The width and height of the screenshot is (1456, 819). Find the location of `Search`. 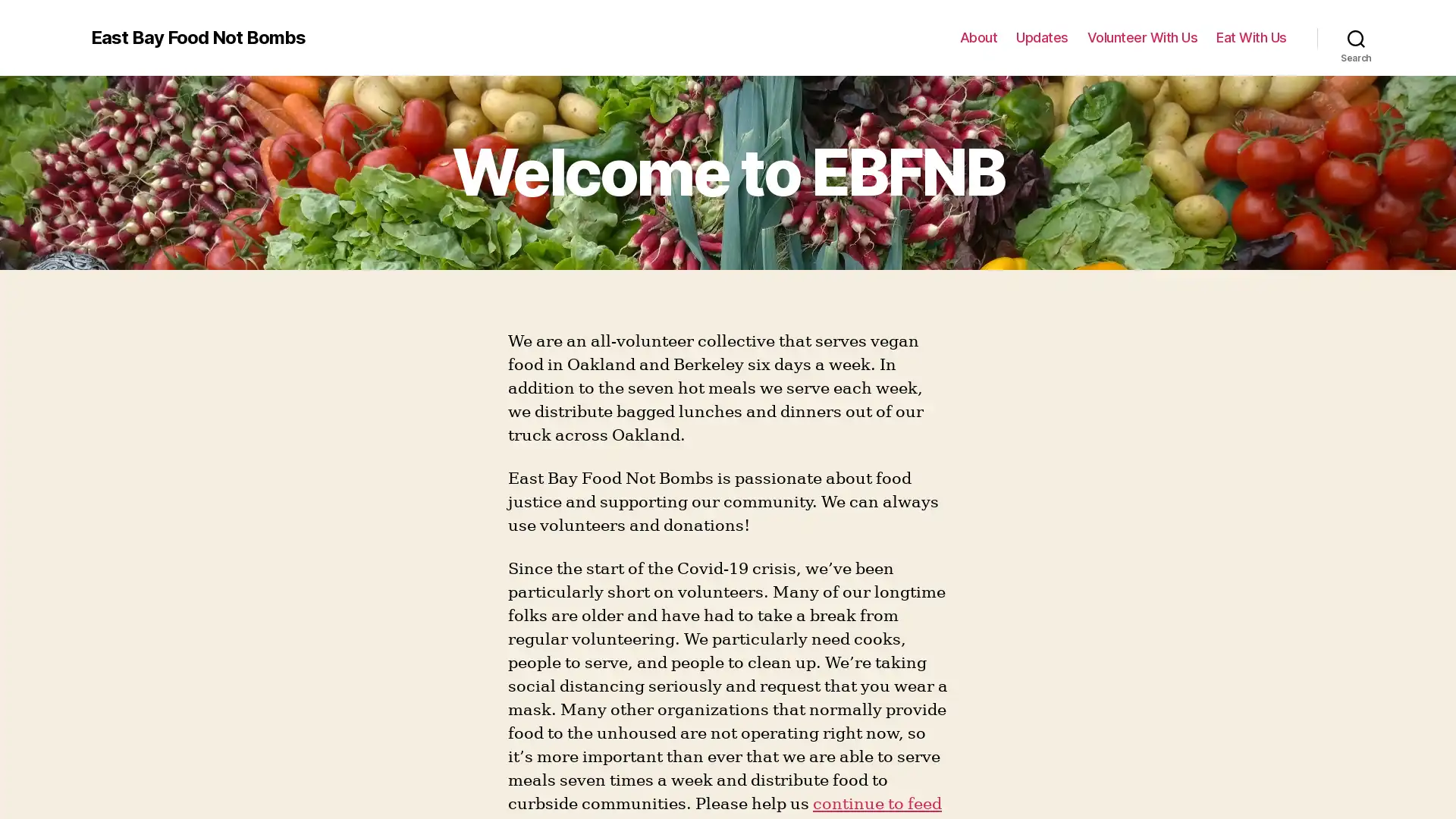

Search is located at coordinates (1356, 37).